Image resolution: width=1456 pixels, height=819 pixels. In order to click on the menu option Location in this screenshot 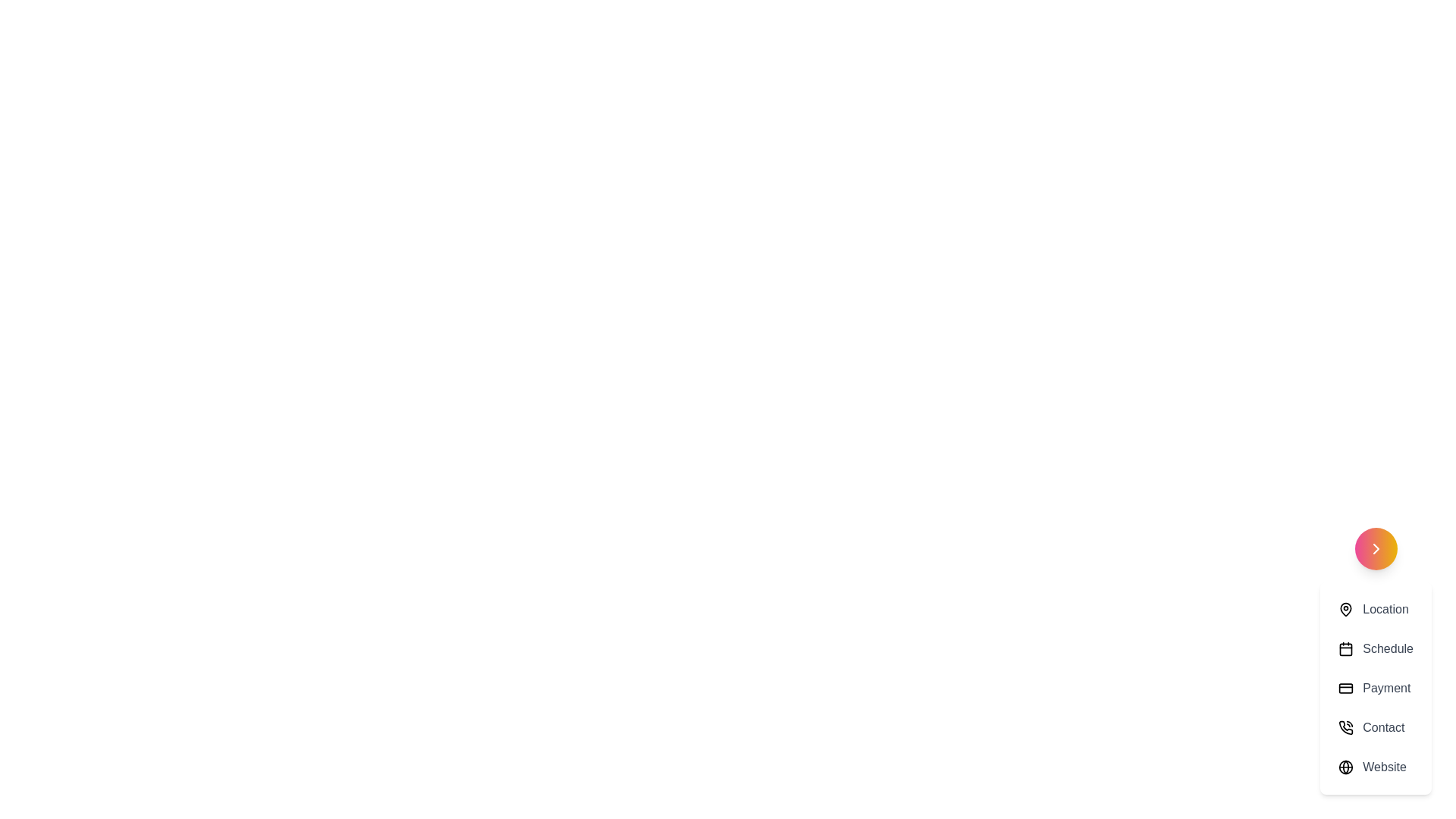, I will do `click(1376, 608)`.